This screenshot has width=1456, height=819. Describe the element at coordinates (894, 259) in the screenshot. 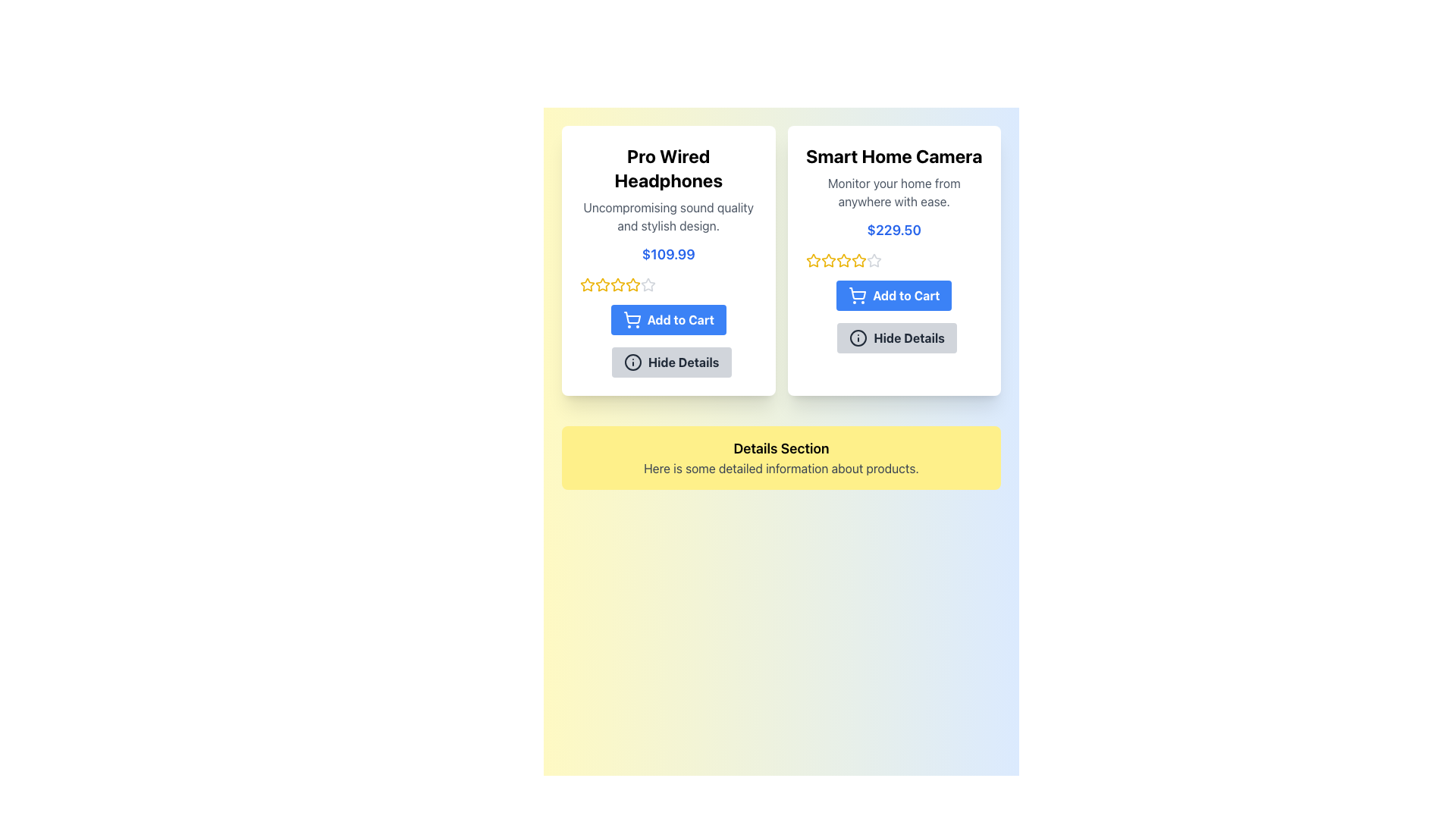

I see `each star in the rating component located below the price caption '$229.50' and above the 'Add to Cart' button for the 'Smart Home Camera' product` at that location.